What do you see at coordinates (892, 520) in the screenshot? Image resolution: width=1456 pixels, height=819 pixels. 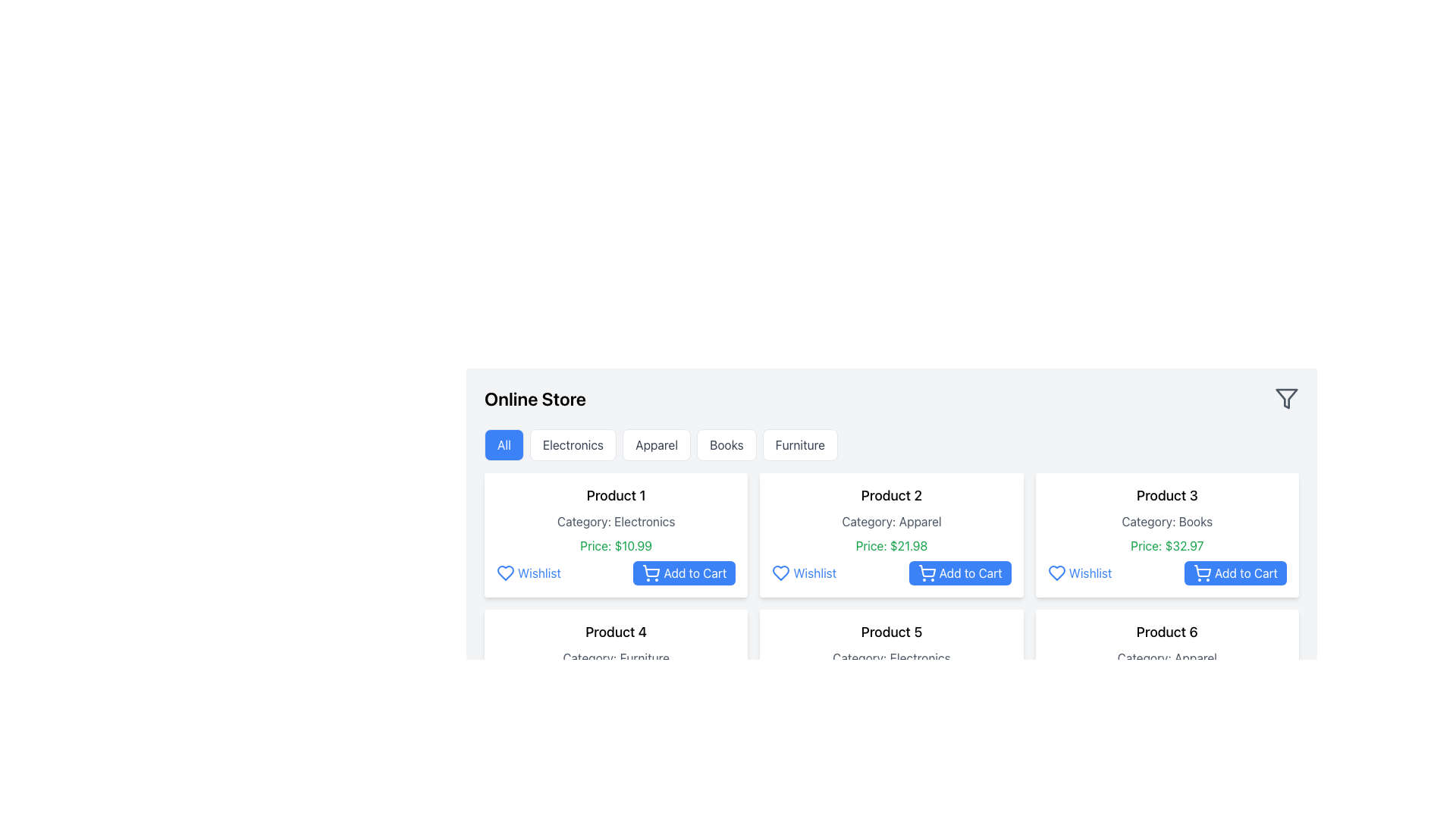 I see `text label categorizing the product under 'Apparel', located in the product card labeled 'Product 2', positioned between the title and price information` at bounding box center [892, 520].